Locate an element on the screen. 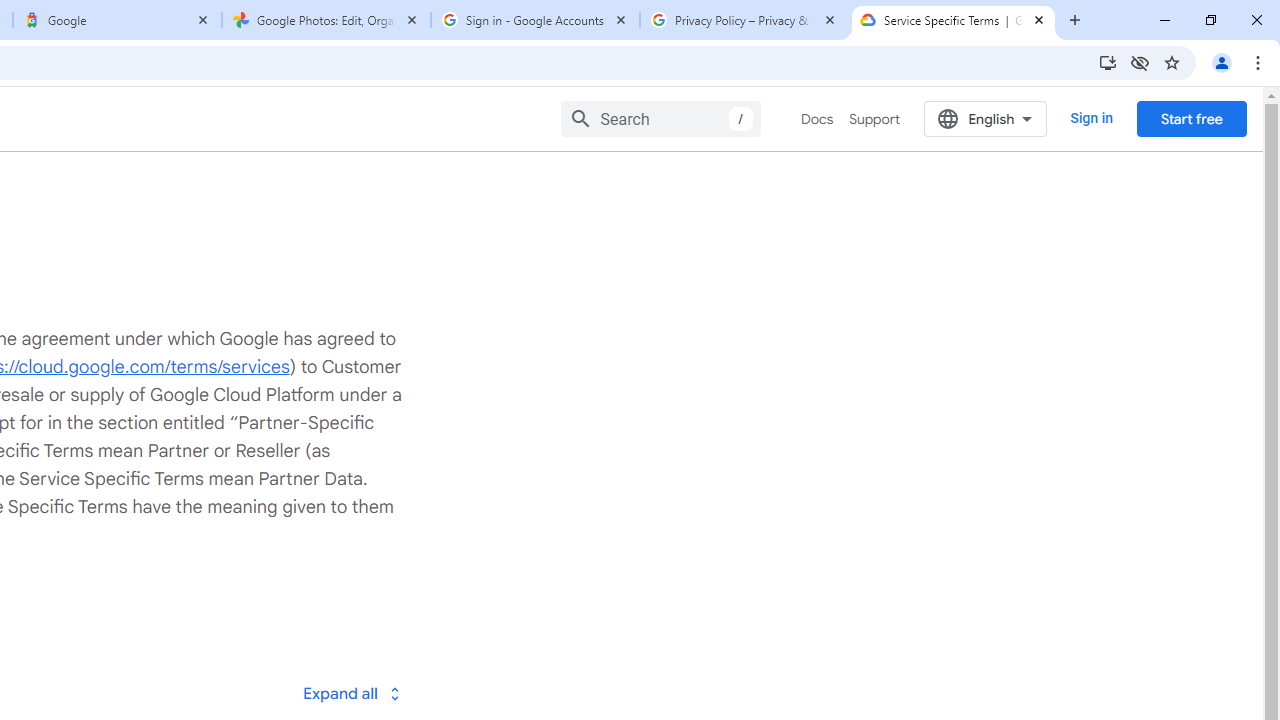  'Google' is located at coordinates (116, 20).